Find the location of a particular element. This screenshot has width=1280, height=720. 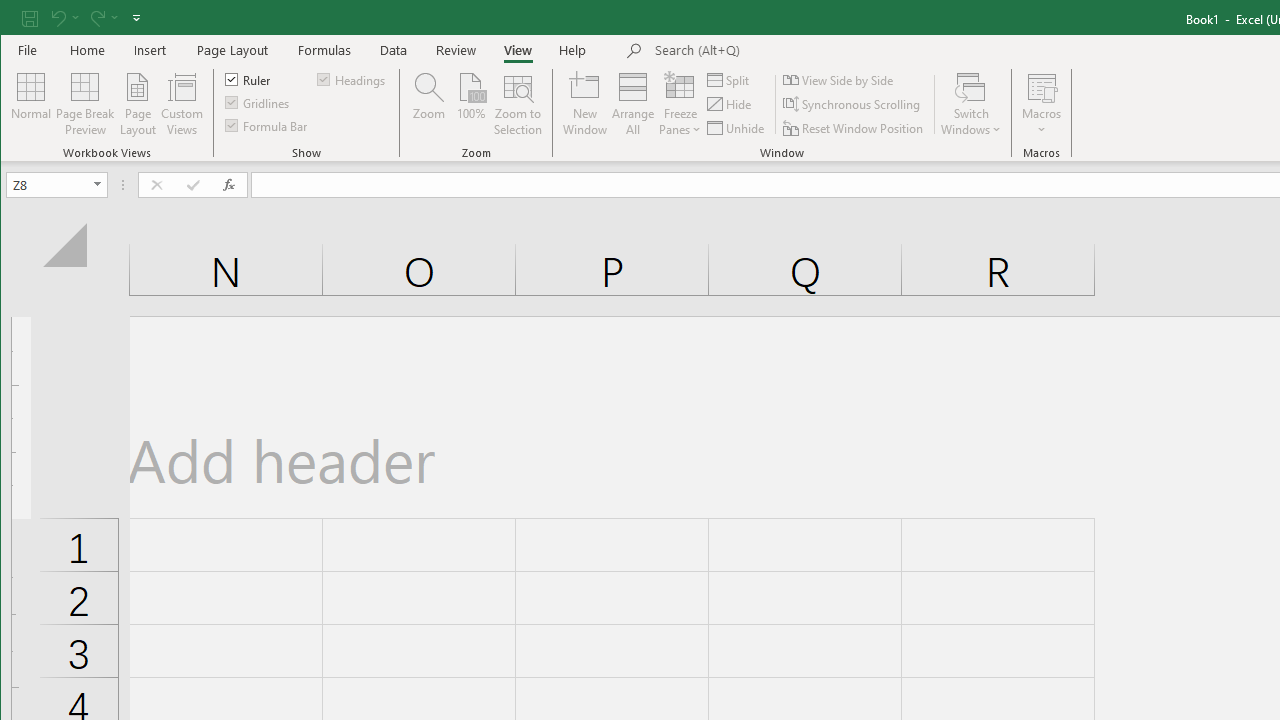

'Arrange All' is located at coordinates (632, 104).